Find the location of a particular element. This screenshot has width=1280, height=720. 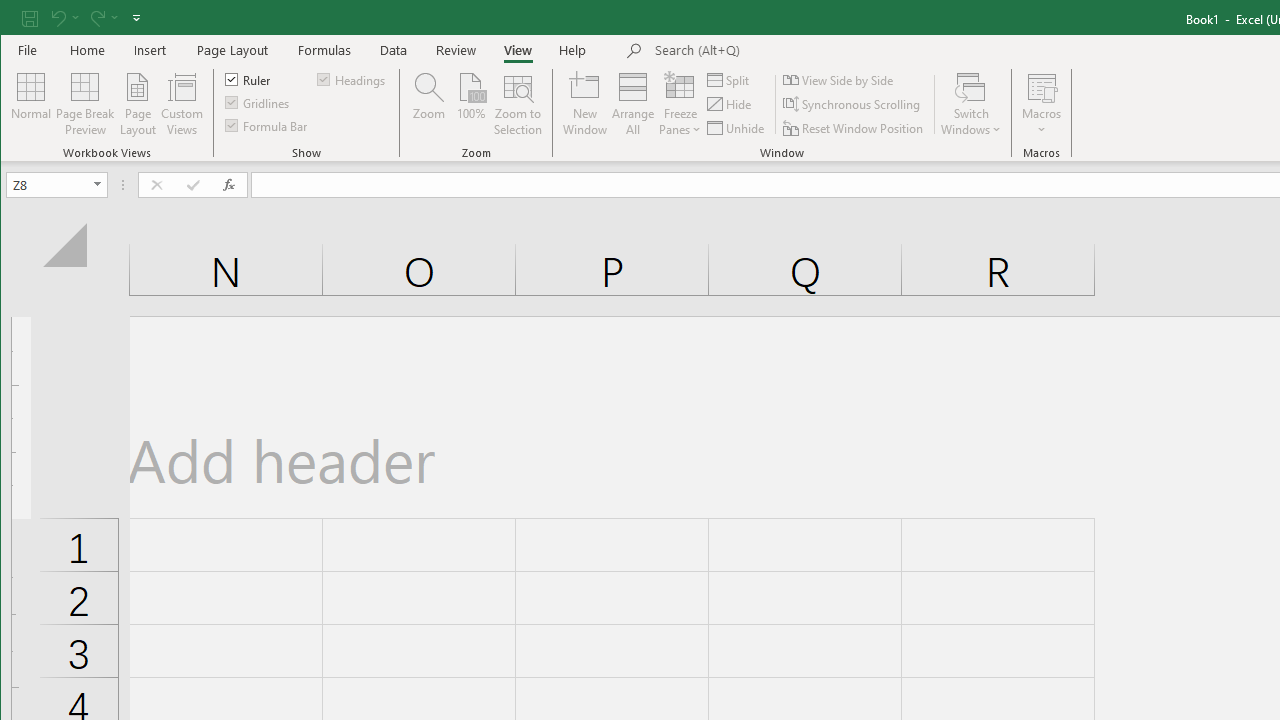

'Arrange All' is located at coordinates (632, 104).